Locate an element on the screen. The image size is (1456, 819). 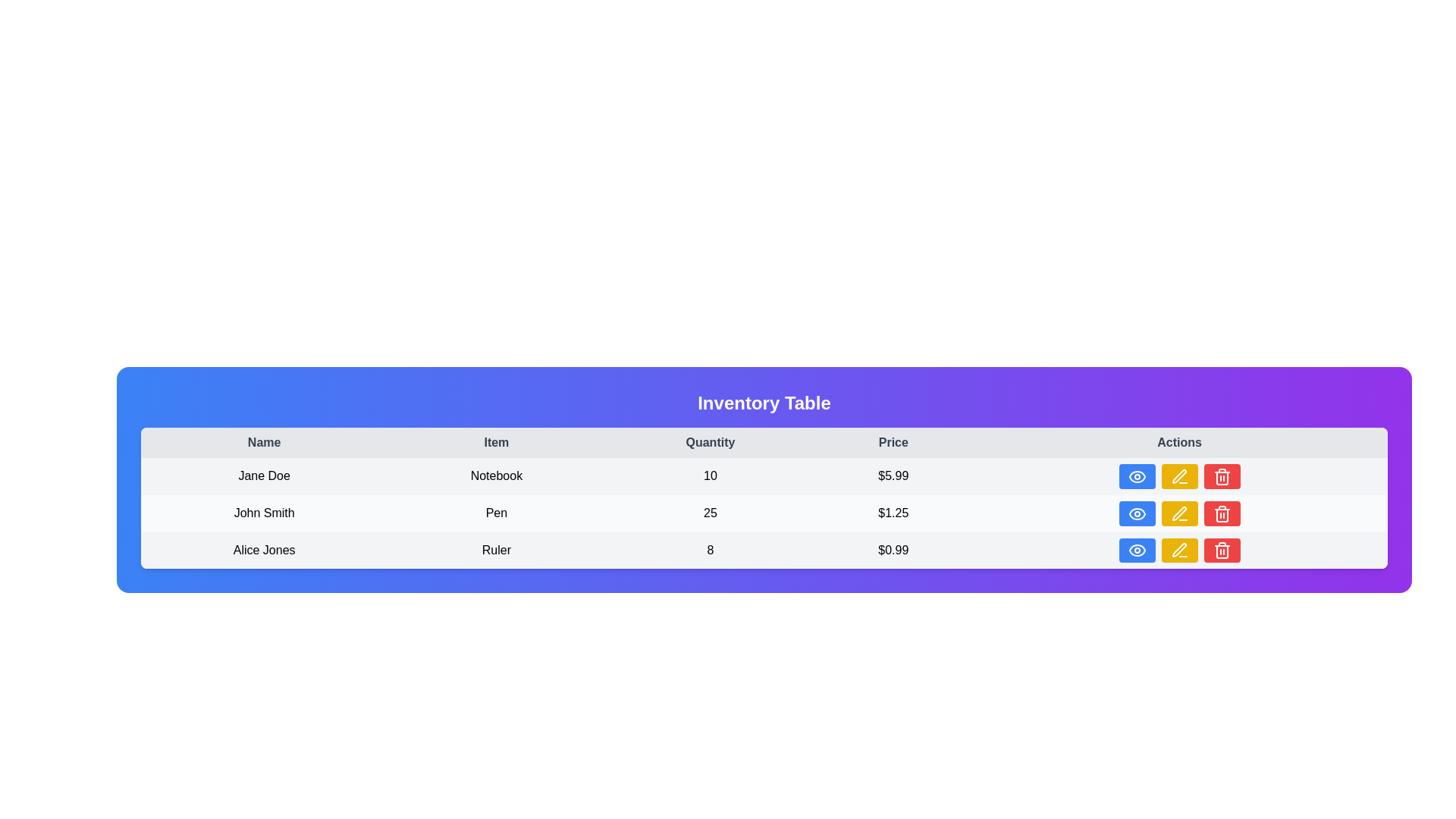
the small blue button with an eye icon located in the 'Actions' column of the first row of the table is located at coordinates (1137, 475).